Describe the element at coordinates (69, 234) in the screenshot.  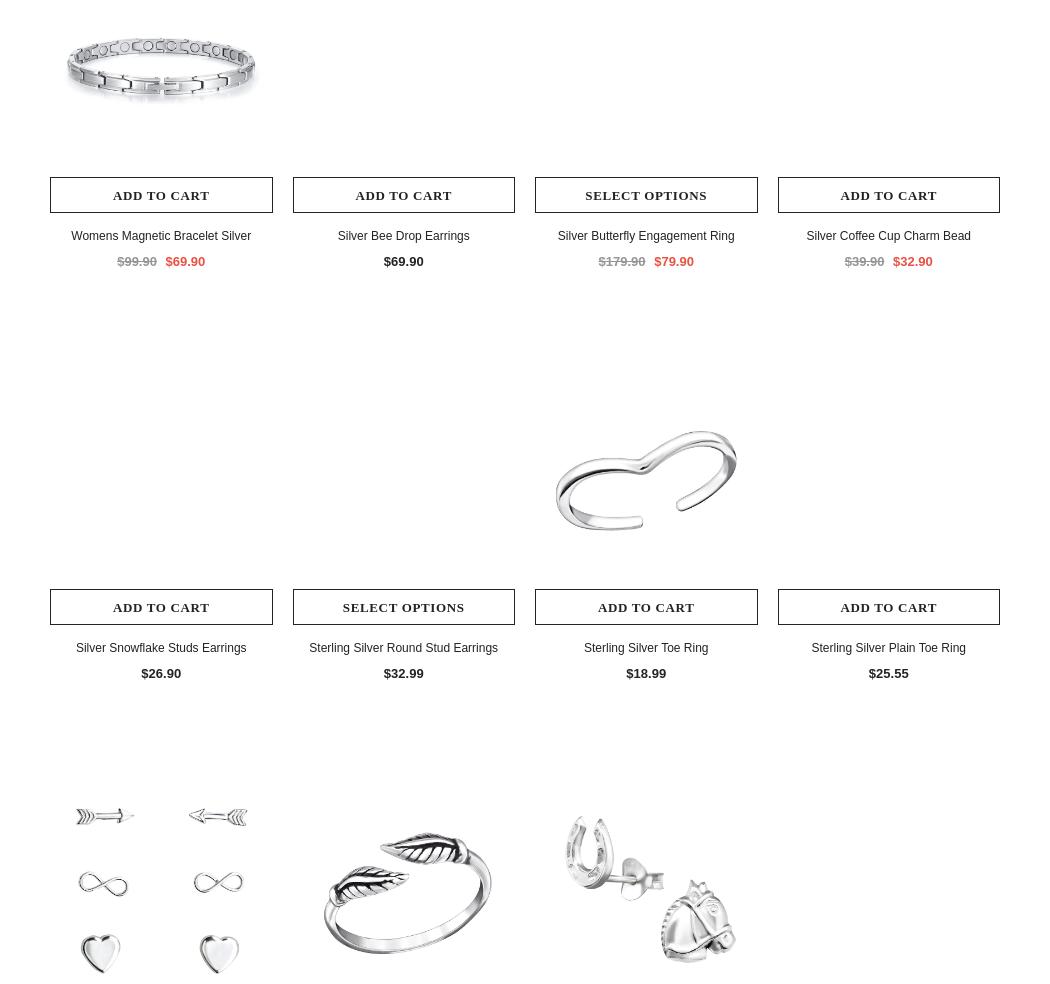
I see `'Womens Magnetic Bracelet Silver'` at that location.